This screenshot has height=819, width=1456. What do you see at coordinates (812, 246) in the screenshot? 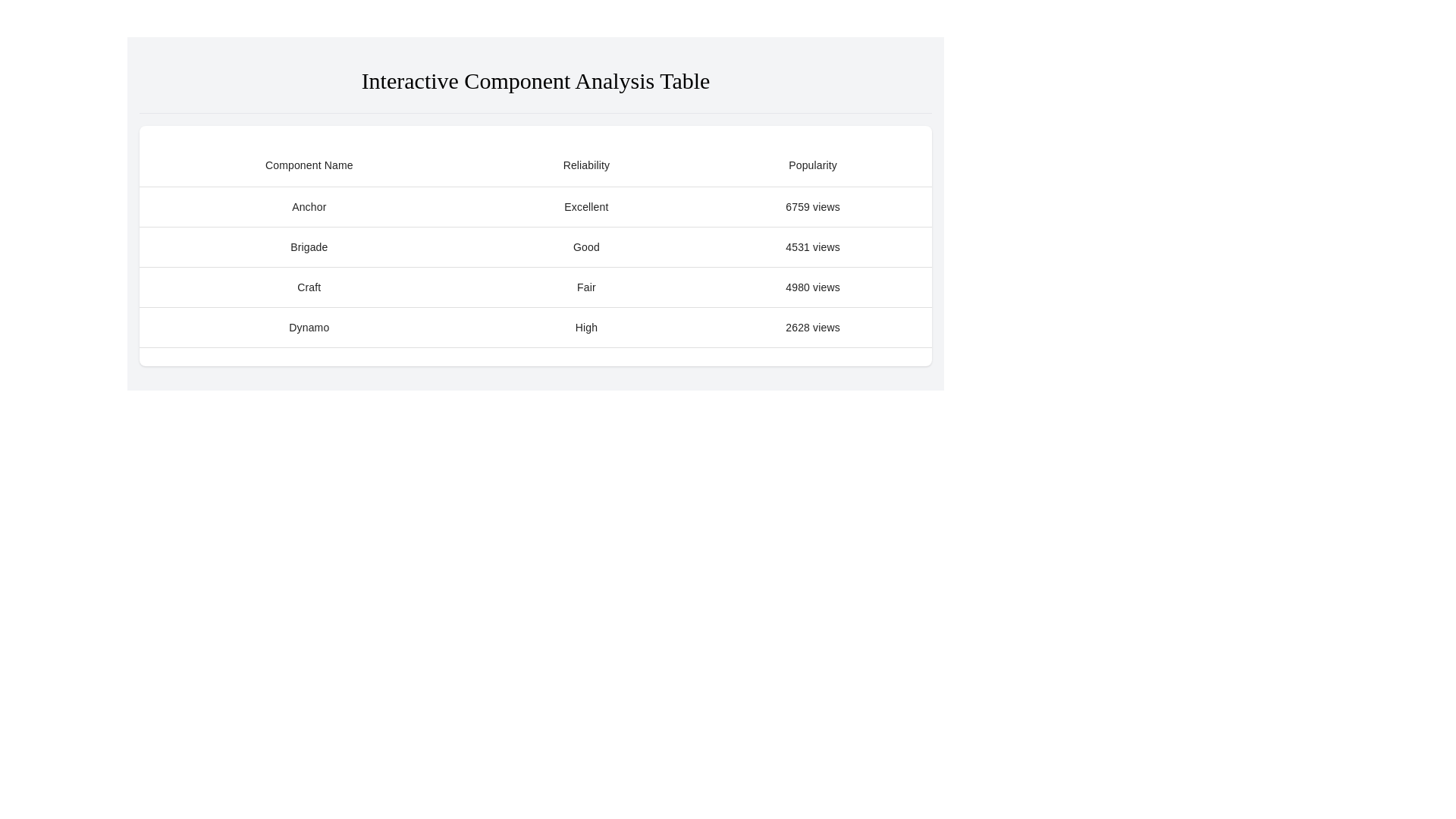
I see `the popularity metric displayed in the static text within the table cell located in the third column of the second row, adjacent to the text 'Good'` at bounding box center [812, 246].